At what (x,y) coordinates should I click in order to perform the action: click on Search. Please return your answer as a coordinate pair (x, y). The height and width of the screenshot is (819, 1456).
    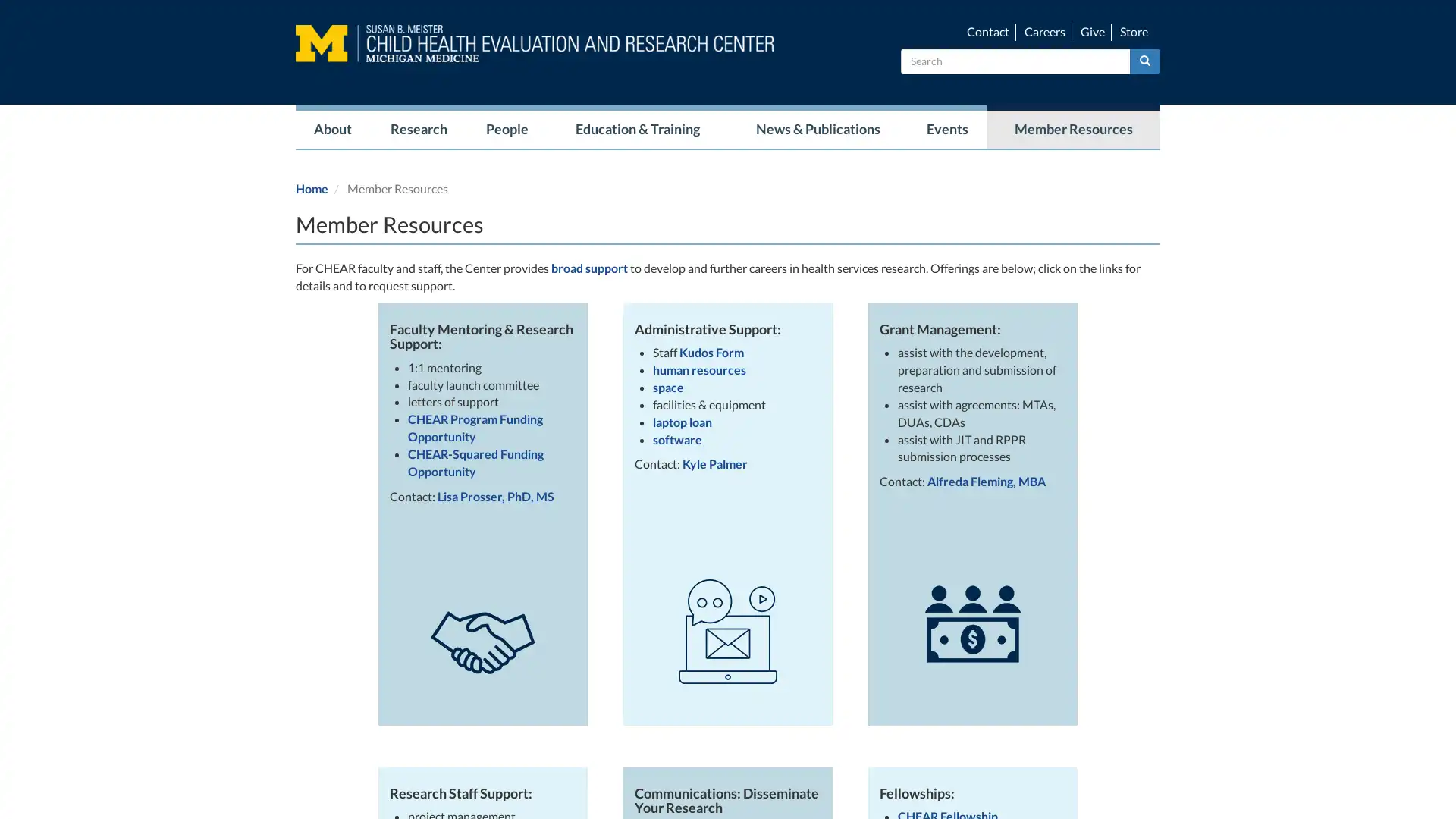
    Looking at the image, I should click on (1145, 60).